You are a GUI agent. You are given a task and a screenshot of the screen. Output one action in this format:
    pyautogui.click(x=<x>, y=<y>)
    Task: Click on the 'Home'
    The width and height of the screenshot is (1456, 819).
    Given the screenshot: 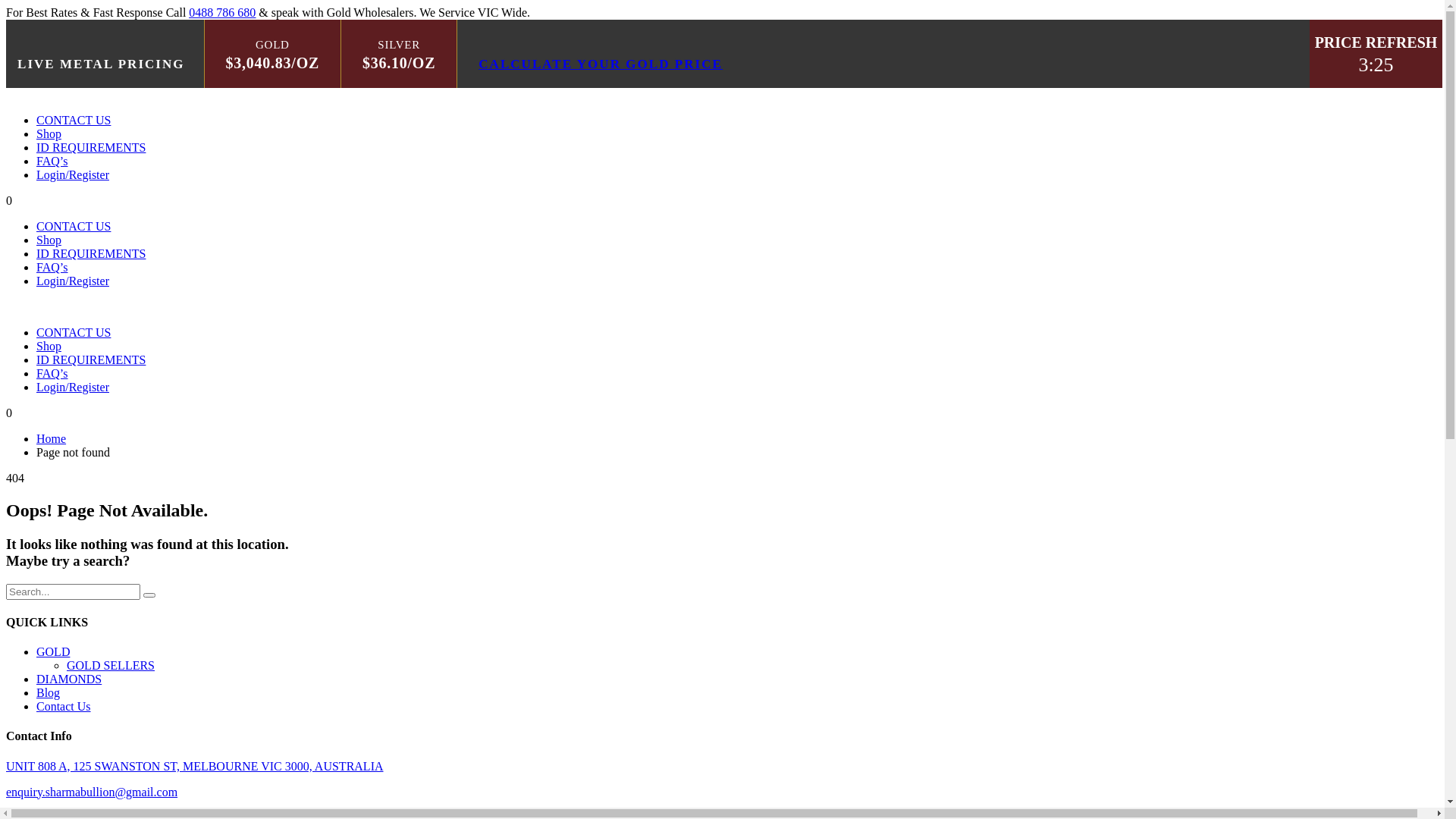 What is the action you would take?
    pyautogui.click(x=51, y=438)
    